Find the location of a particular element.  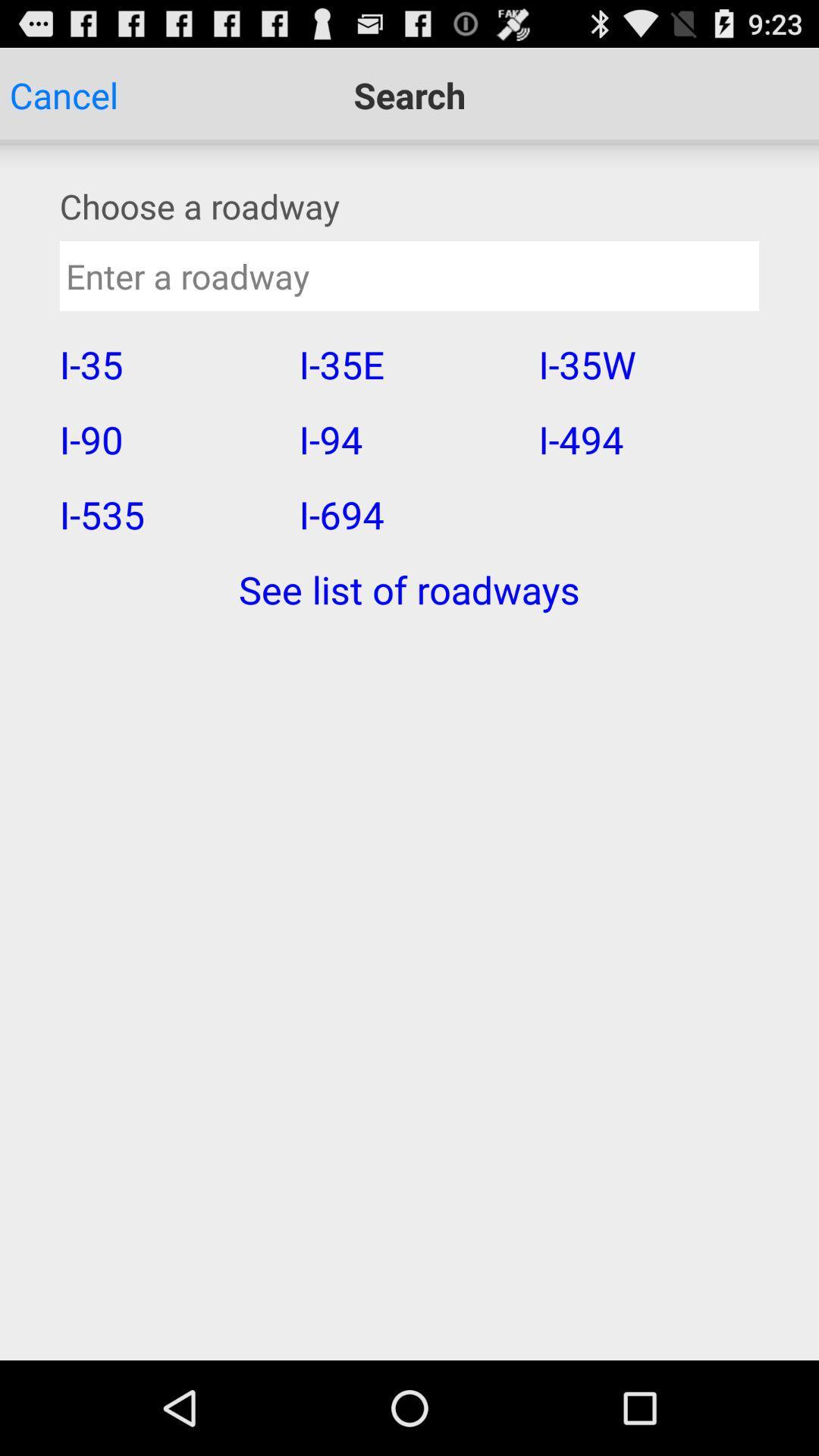

the i-90 app is located at coordinates (169, 438).